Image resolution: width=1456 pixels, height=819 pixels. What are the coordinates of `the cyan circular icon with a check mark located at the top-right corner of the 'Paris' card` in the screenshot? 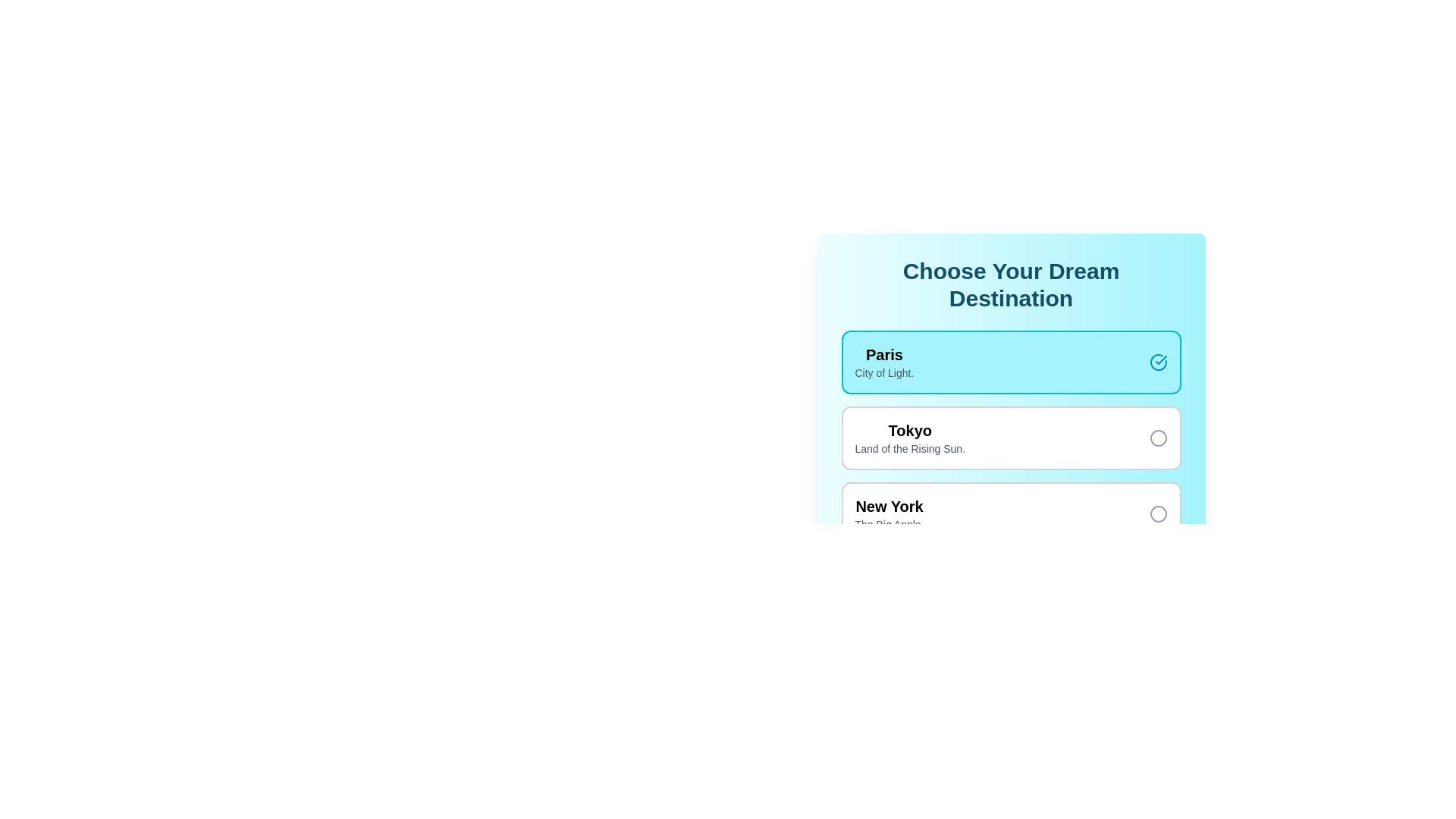 It's located at (1157, 362).